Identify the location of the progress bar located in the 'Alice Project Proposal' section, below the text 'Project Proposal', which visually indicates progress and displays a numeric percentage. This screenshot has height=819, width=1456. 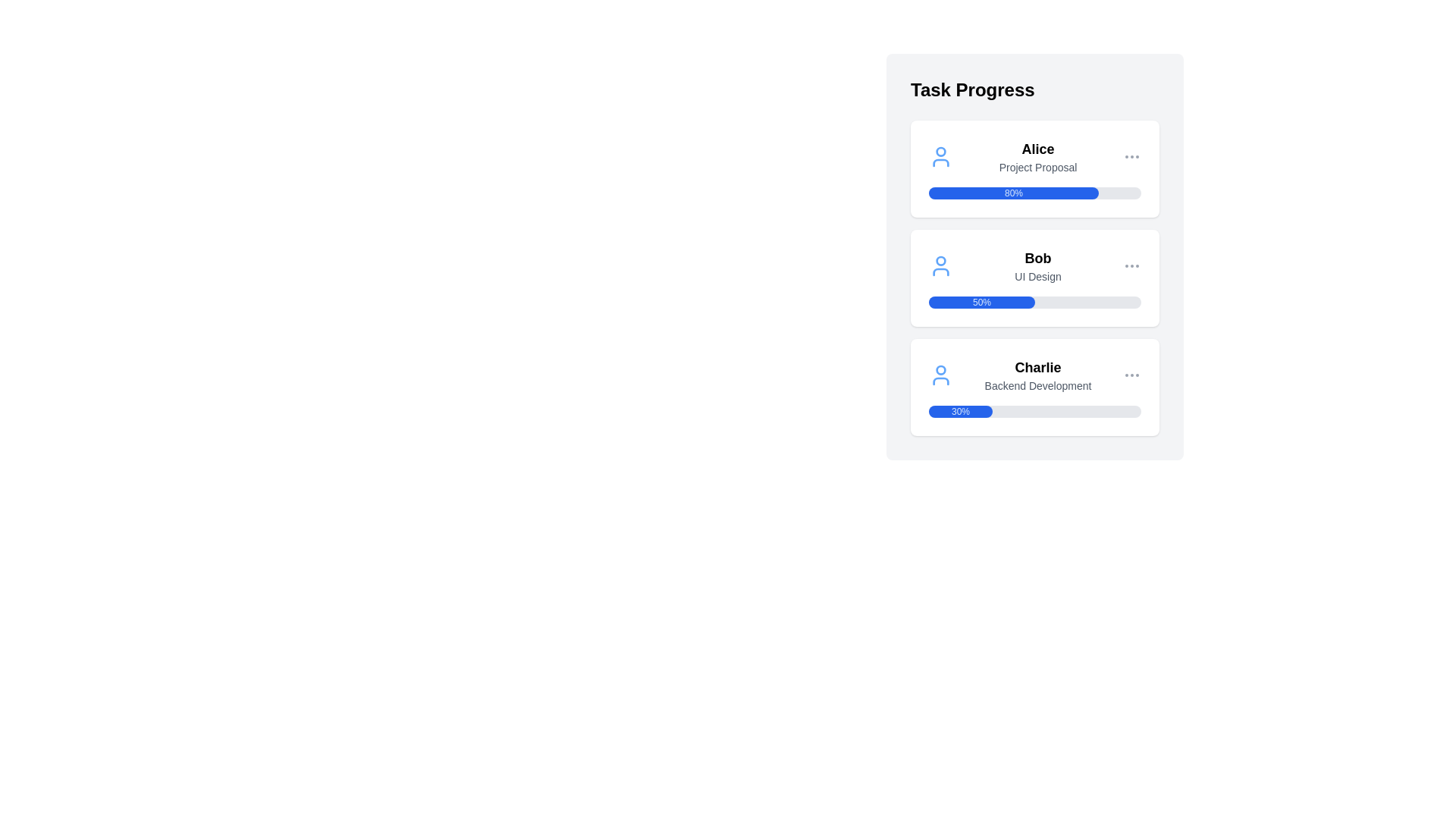
(1034, 192).